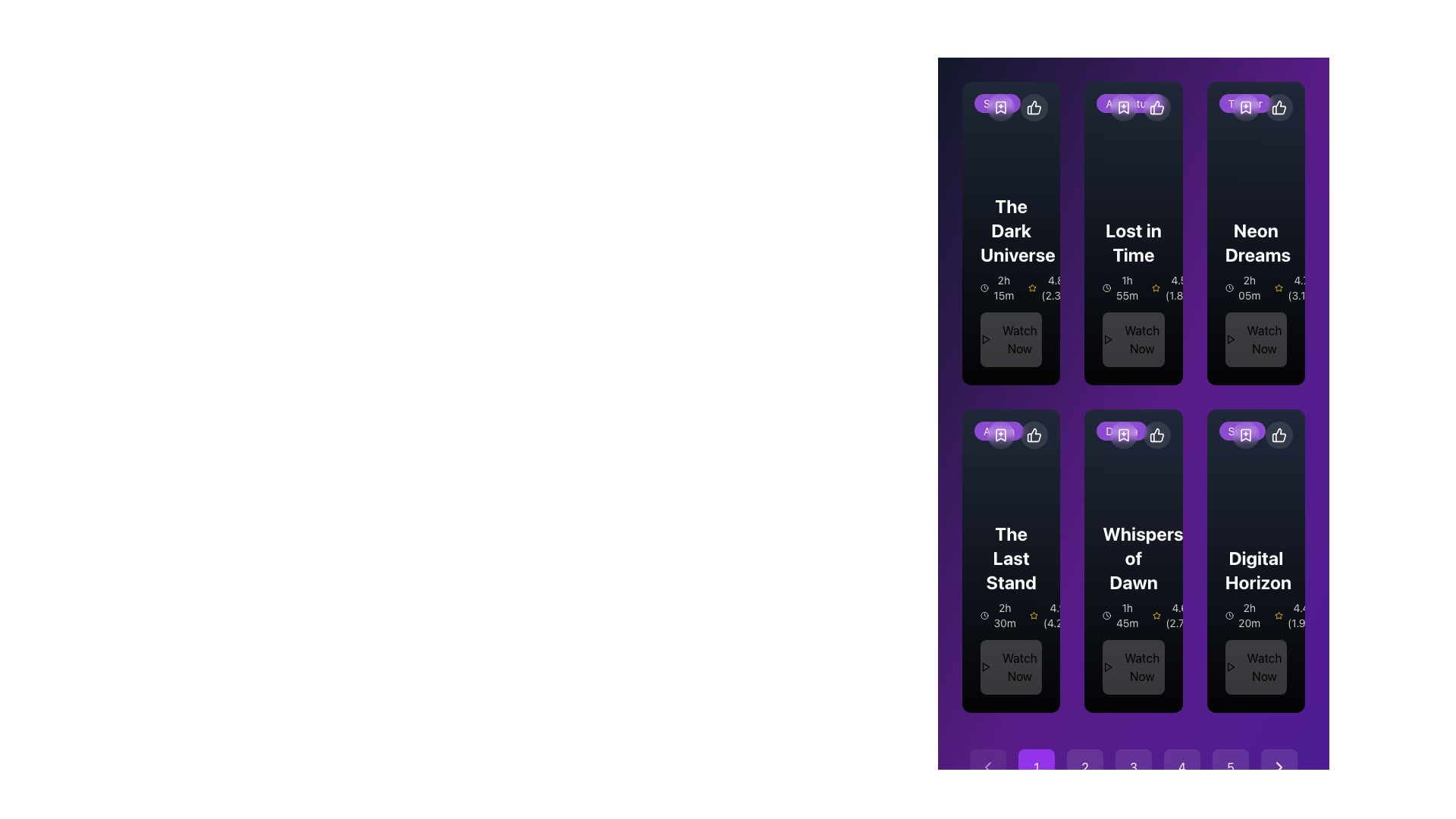 This screenshot has width=1456, height=819. What do you see at coordinates (999, 431) in the screenshot?
I see `the badge located in the top-left corner of the card titled 'The Last Stand', which is in the second row and first column of a grid layout` at bounding box center [999, 431].